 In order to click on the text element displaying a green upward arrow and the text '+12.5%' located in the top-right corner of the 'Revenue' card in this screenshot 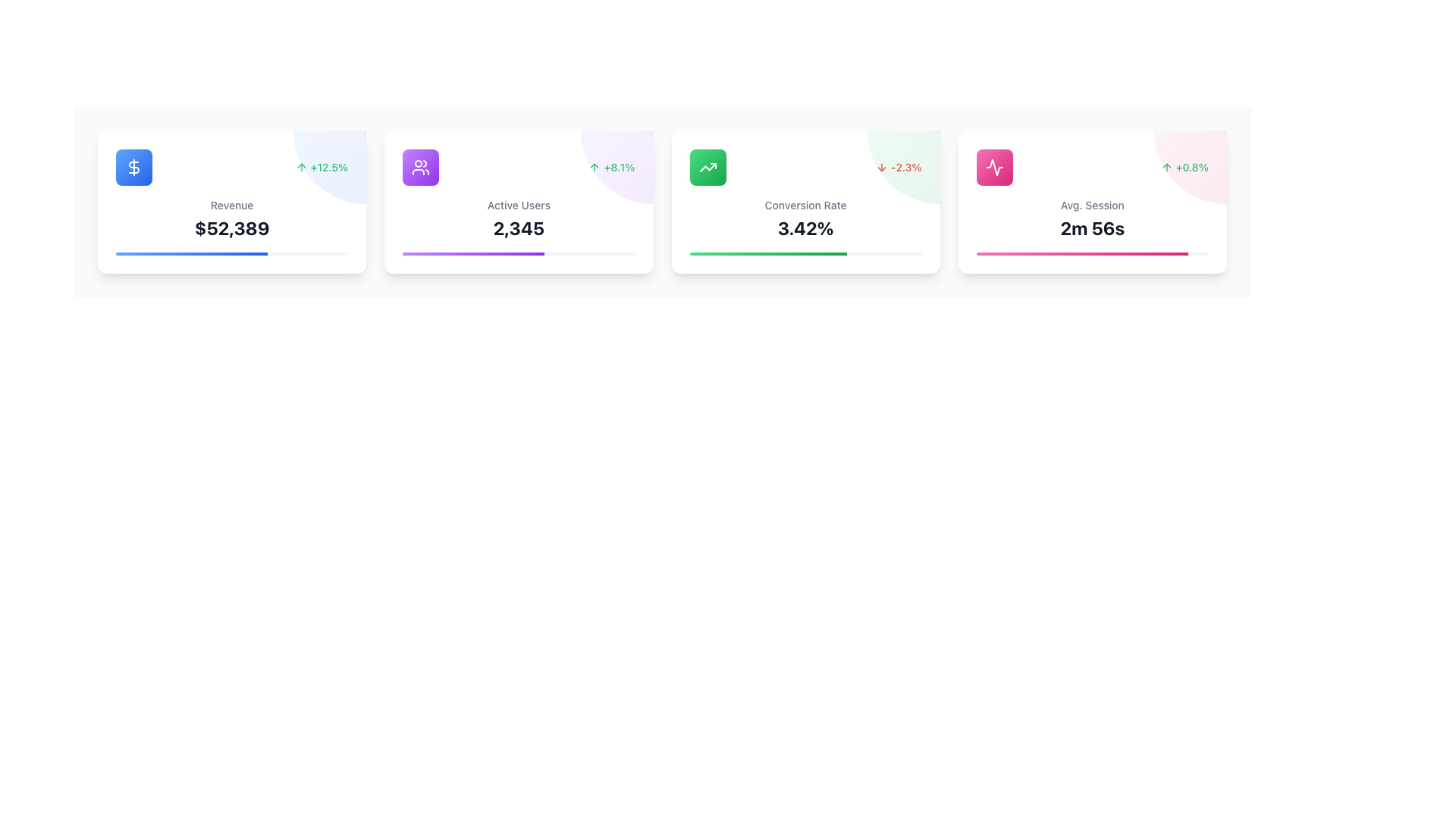, I will do `click(321, 167)`.